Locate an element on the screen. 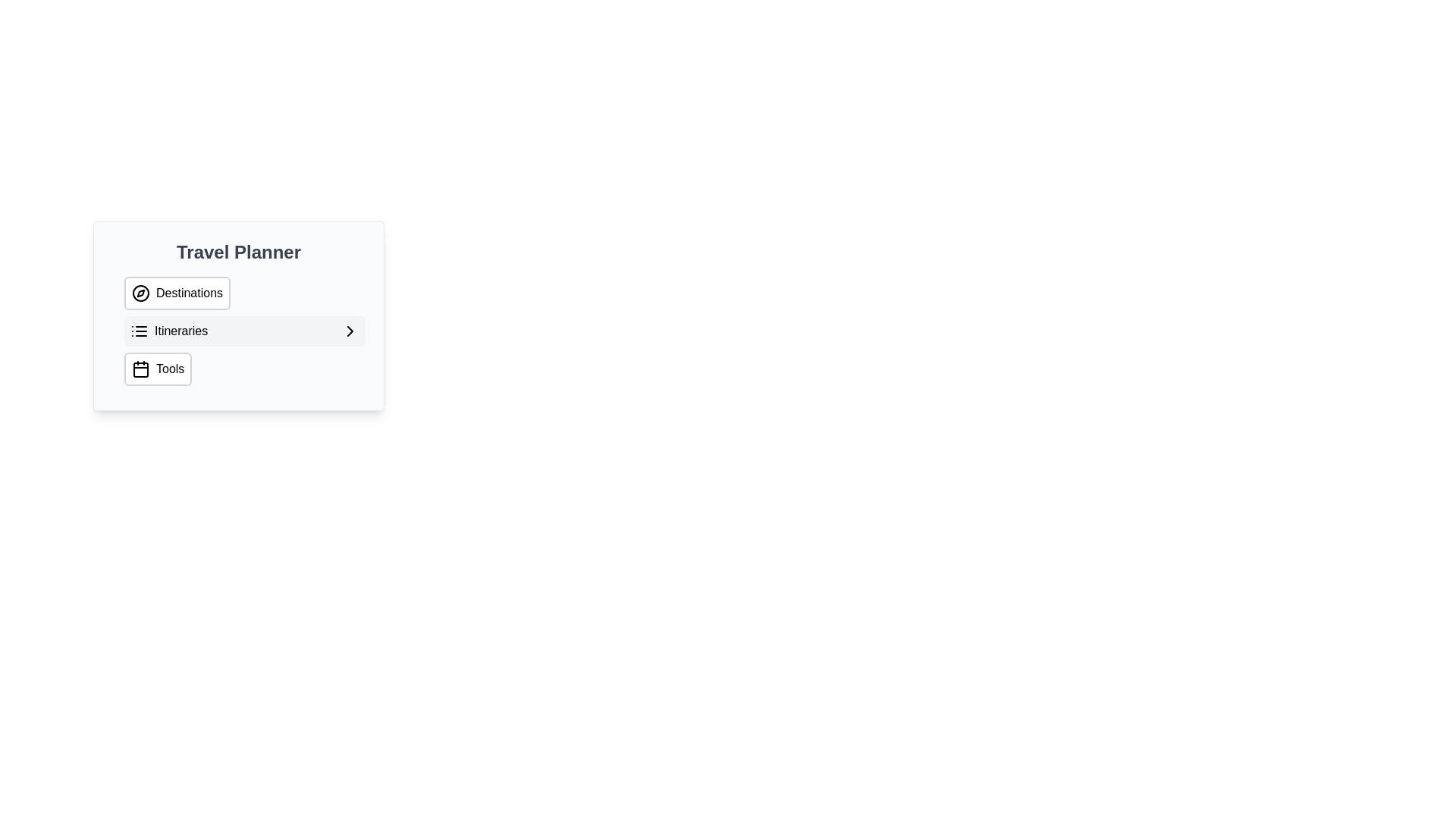 This screenshot has width=1456, height=819. the right-facing chevron icon used for navigation next to the 'Itineraries' text is located at coordinates (349, 330).